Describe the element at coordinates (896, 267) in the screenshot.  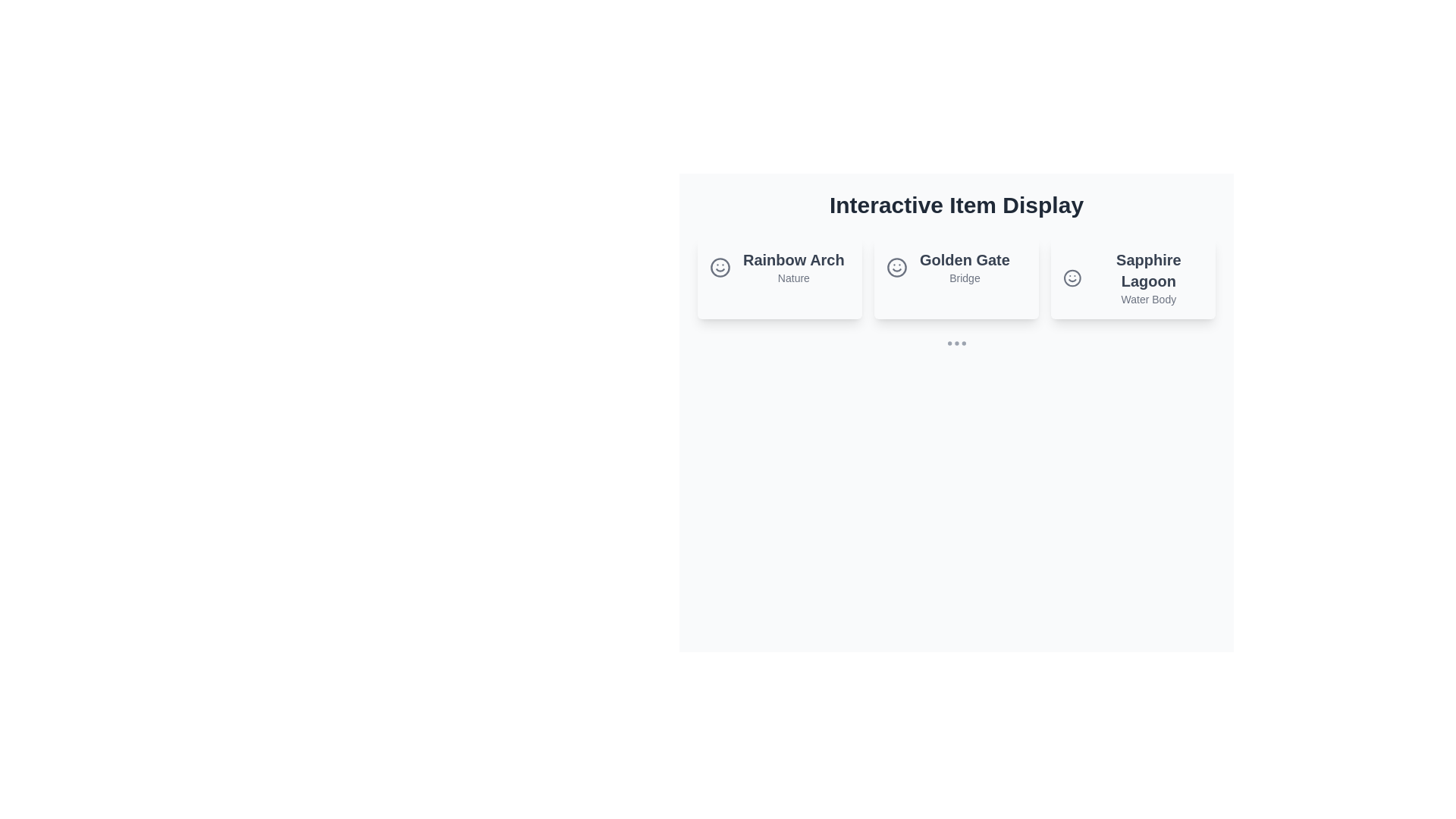
I see `the circular icon representing a face with a gray outline, located in the second card from the left under 'Interactive Item Display'` at that location.